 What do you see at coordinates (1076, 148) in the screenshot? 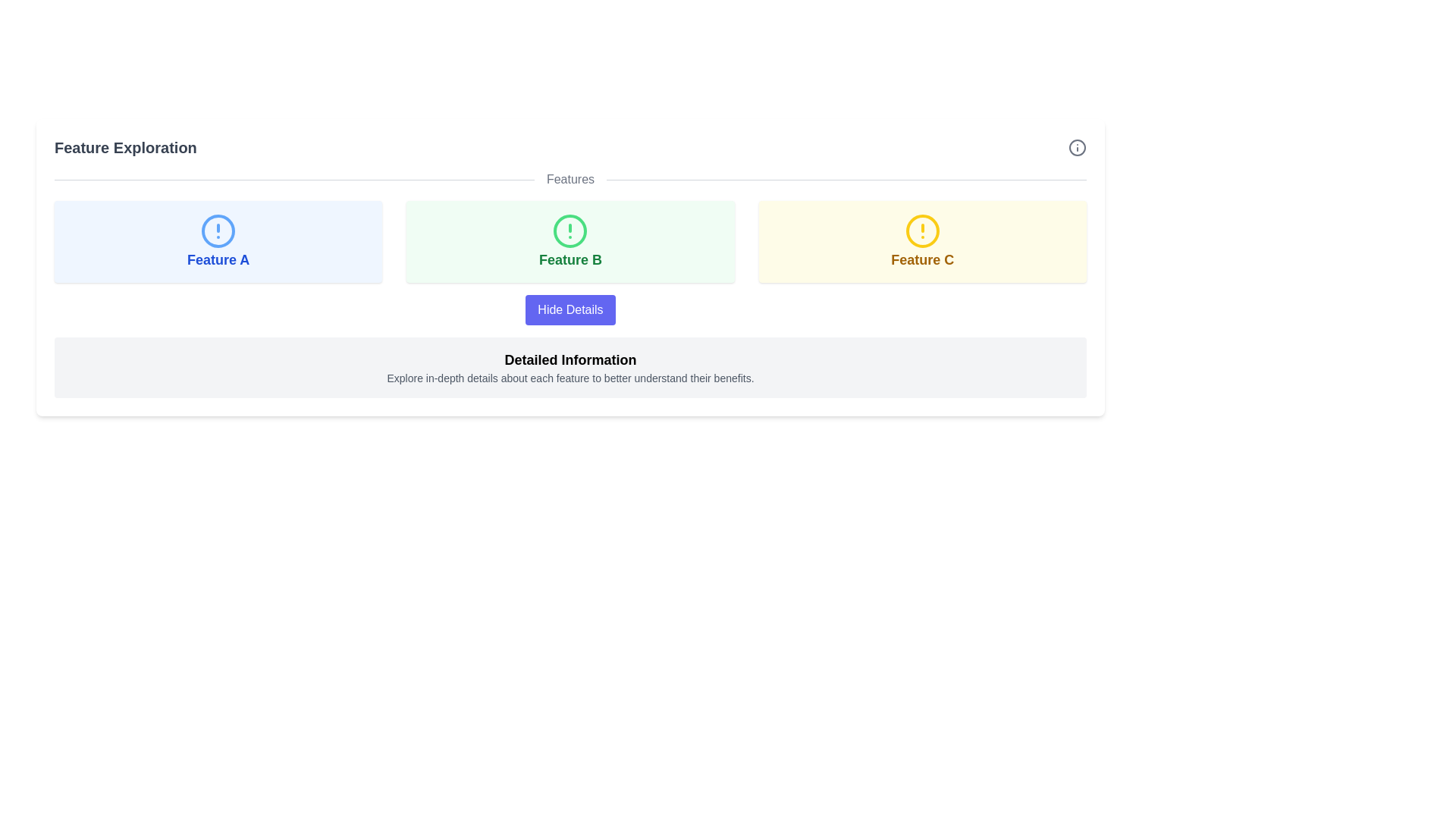
I see `the information icon, which is a gray circle with a lowercase 'i' inside, located at the far-right corner of the header next to the 'Feature Exploration' text for additional information` at bounding box center [1076, 148].